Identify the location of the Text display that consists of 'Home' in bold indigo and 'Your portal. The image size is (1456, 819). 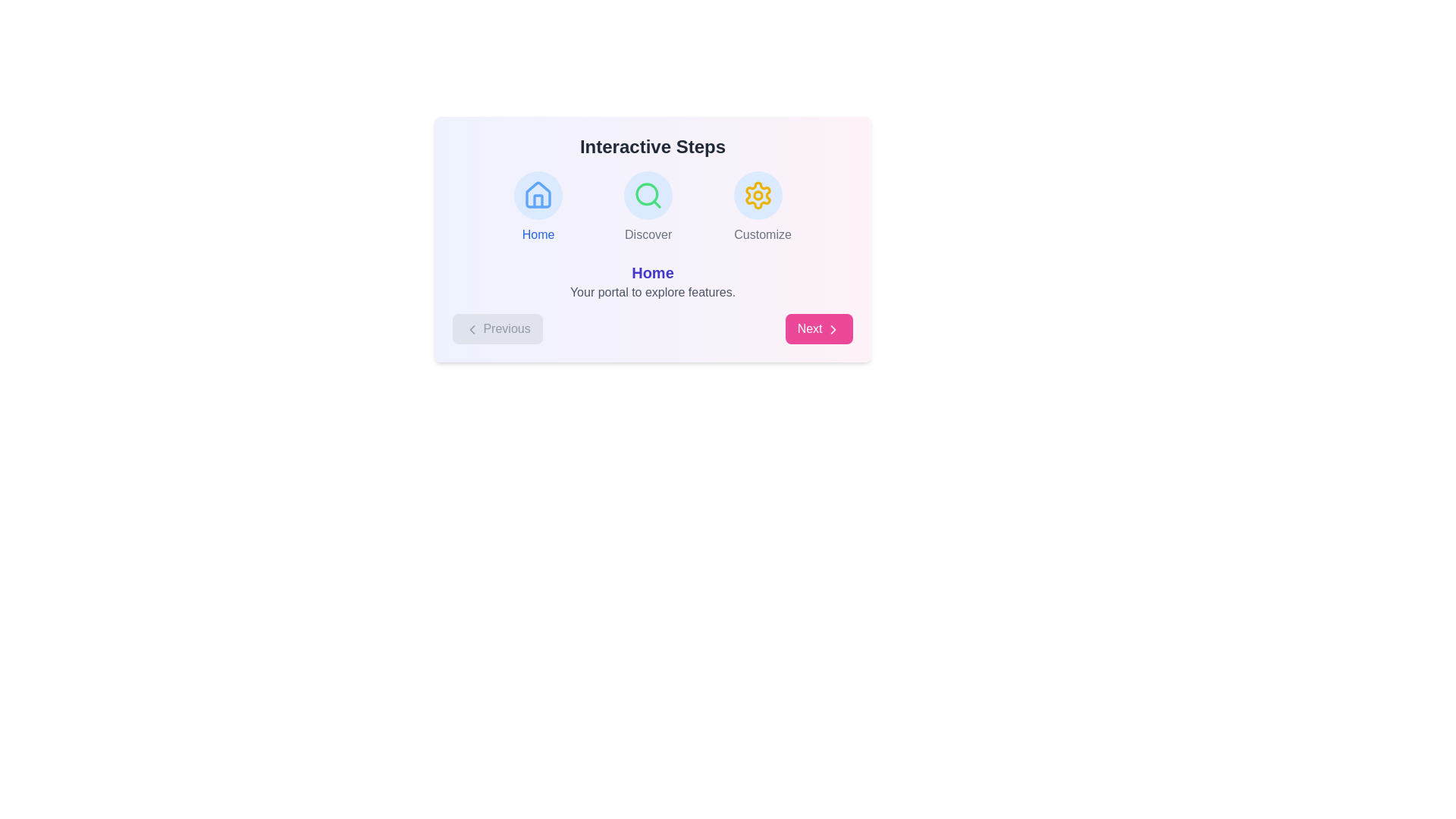
(652, 281).